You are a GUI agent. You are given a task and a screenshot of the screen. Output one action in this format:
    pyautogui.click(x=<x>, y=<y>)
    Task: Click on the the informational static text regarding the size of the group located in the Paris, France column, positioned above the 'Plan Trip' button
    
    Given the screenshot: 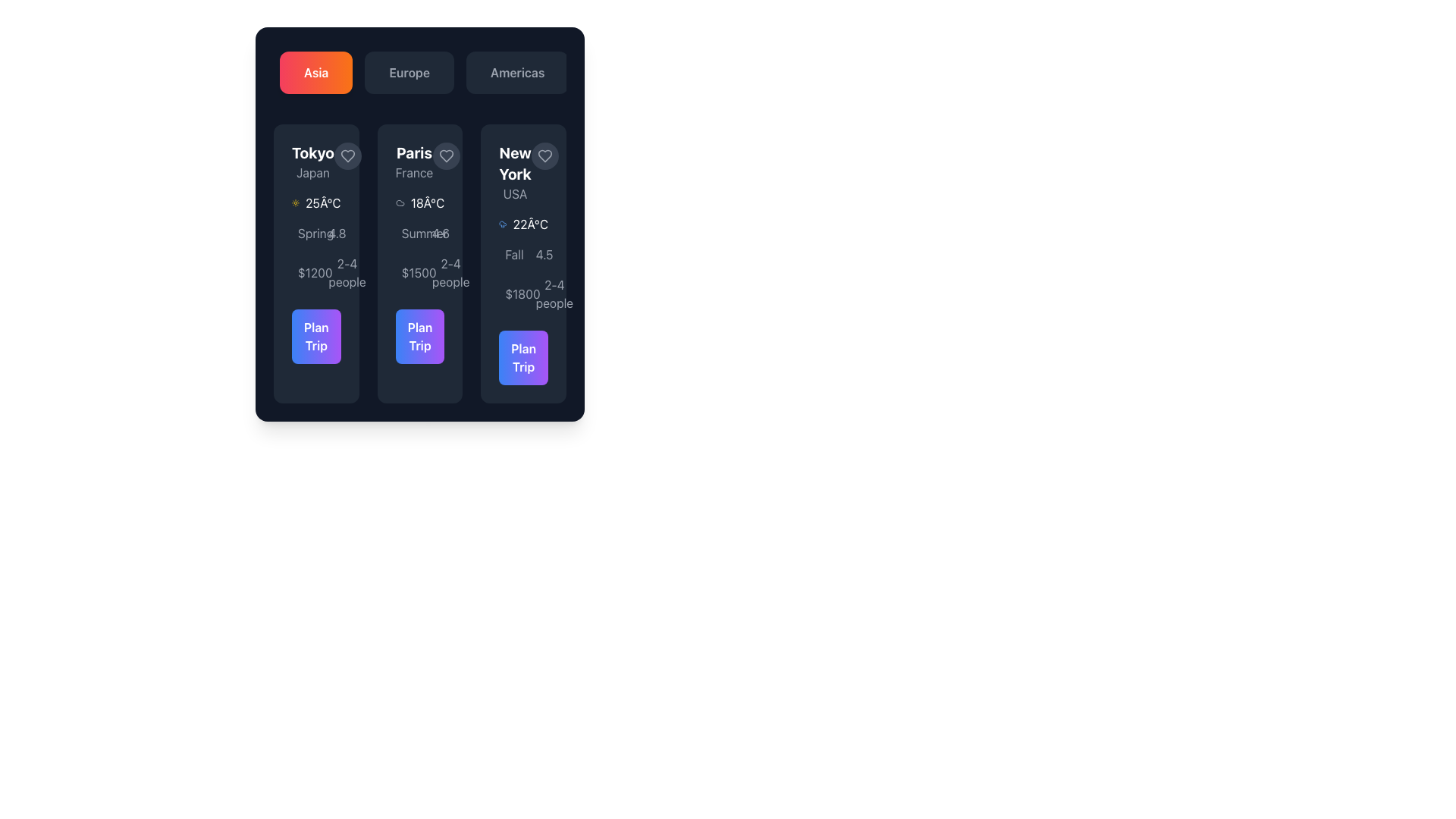 What is the action you would take?
    pyautogui.click(x=450, y=271)
    